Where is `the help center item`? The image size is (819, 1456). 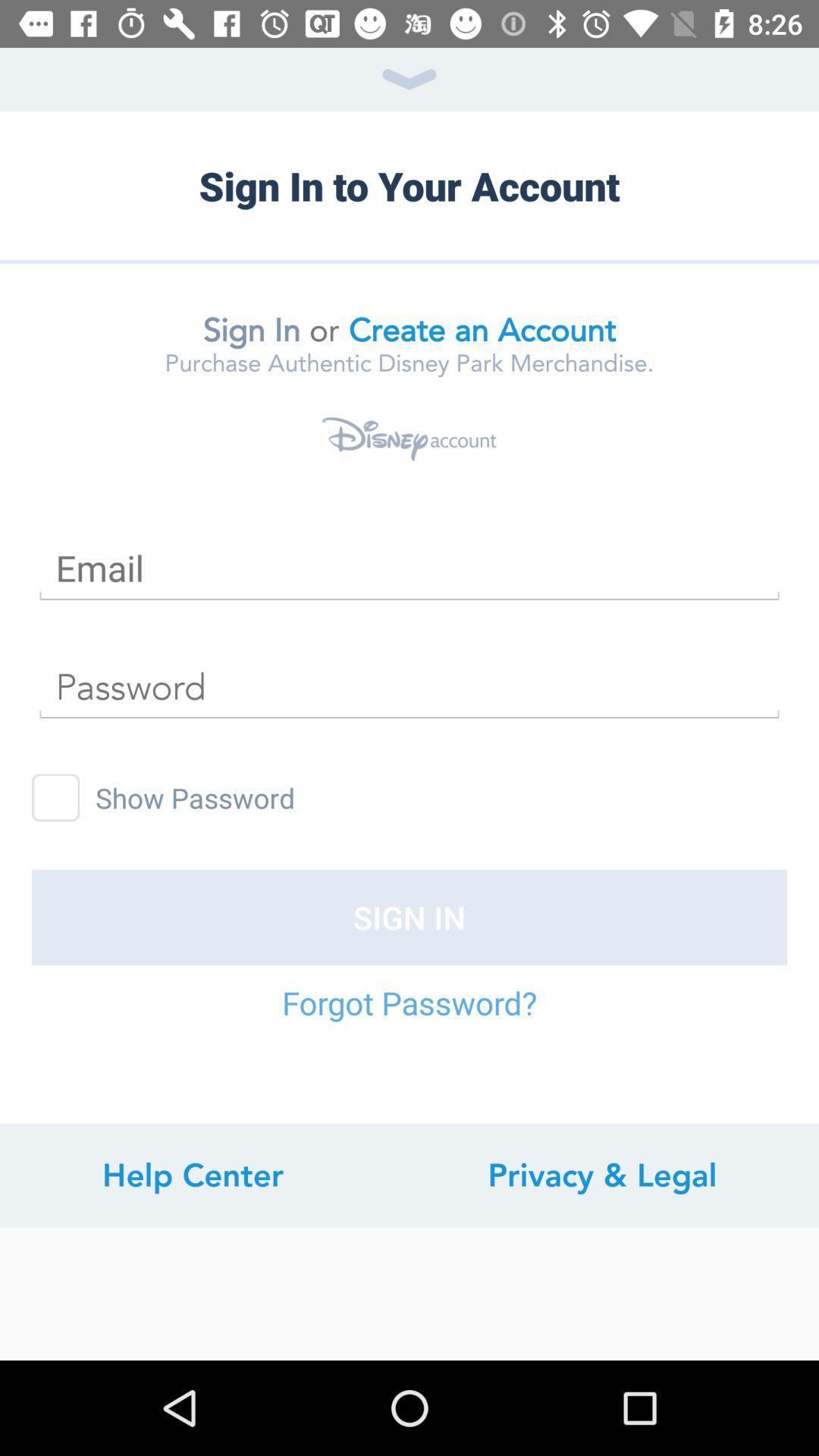
the help center item is located at coordinates (192, 1175).